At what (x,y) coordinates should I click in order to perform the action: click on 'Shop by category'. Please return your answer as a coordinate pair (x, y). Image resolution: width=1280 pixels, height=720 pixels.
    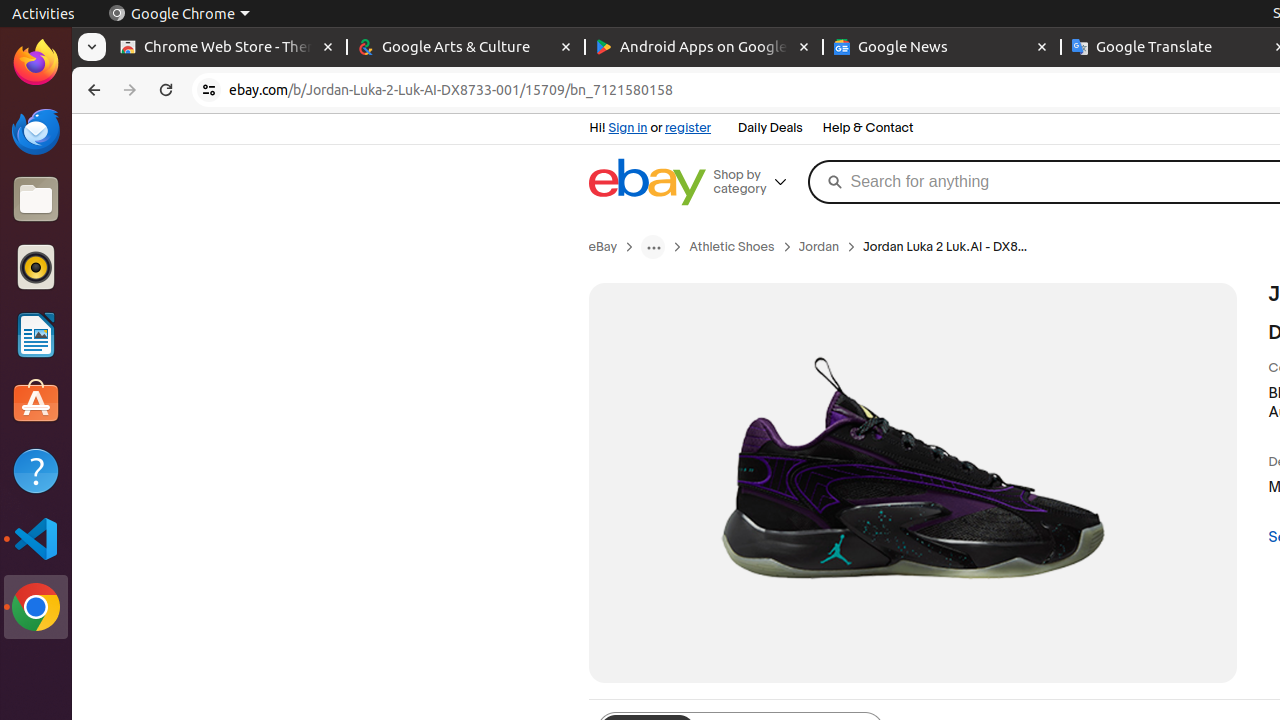
    Looking at the image, I should click on (756, 182).